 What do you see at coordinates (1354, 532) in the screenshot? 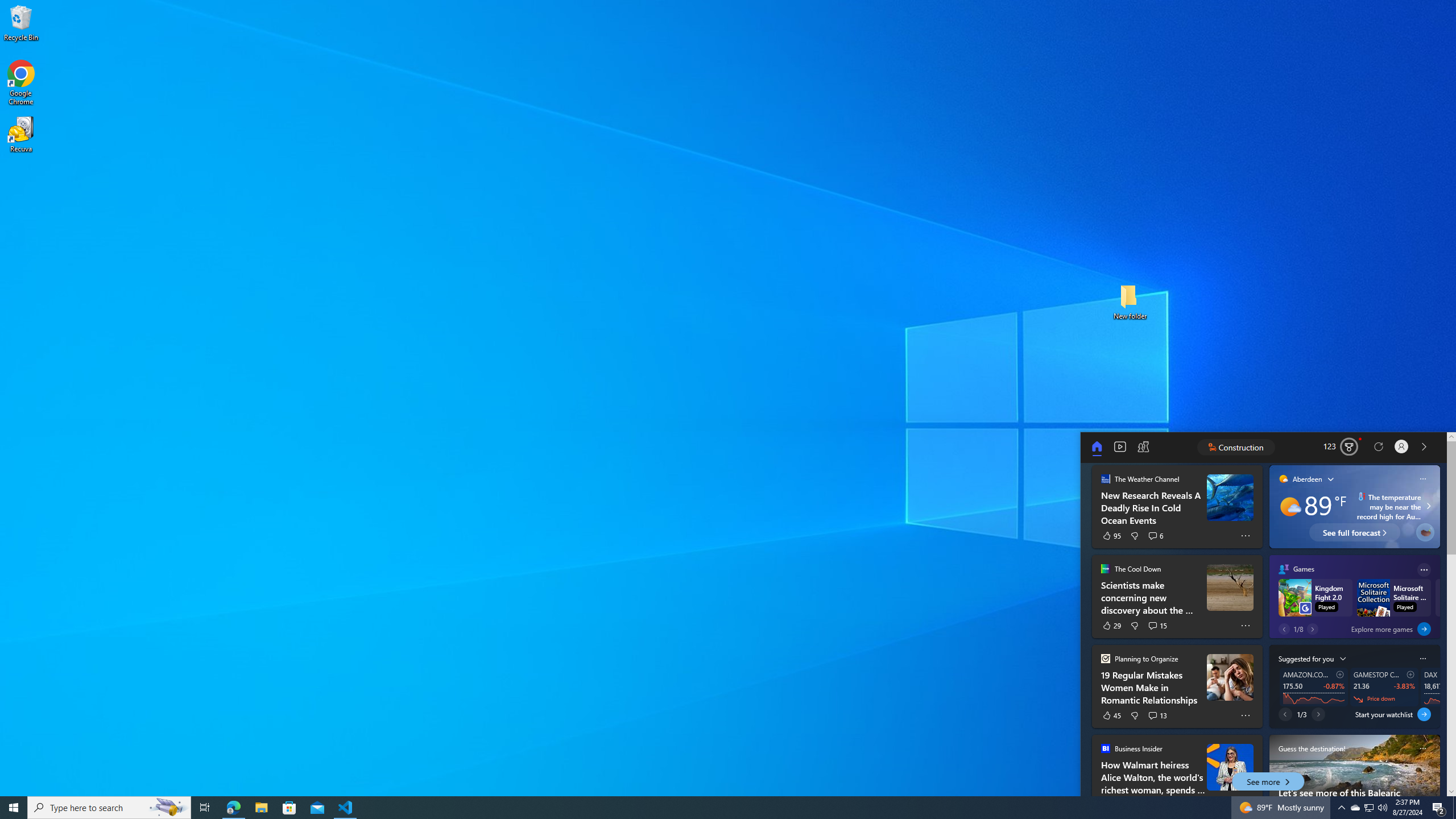
I see `'See full forecast'` at bounding box center [1354, 532].